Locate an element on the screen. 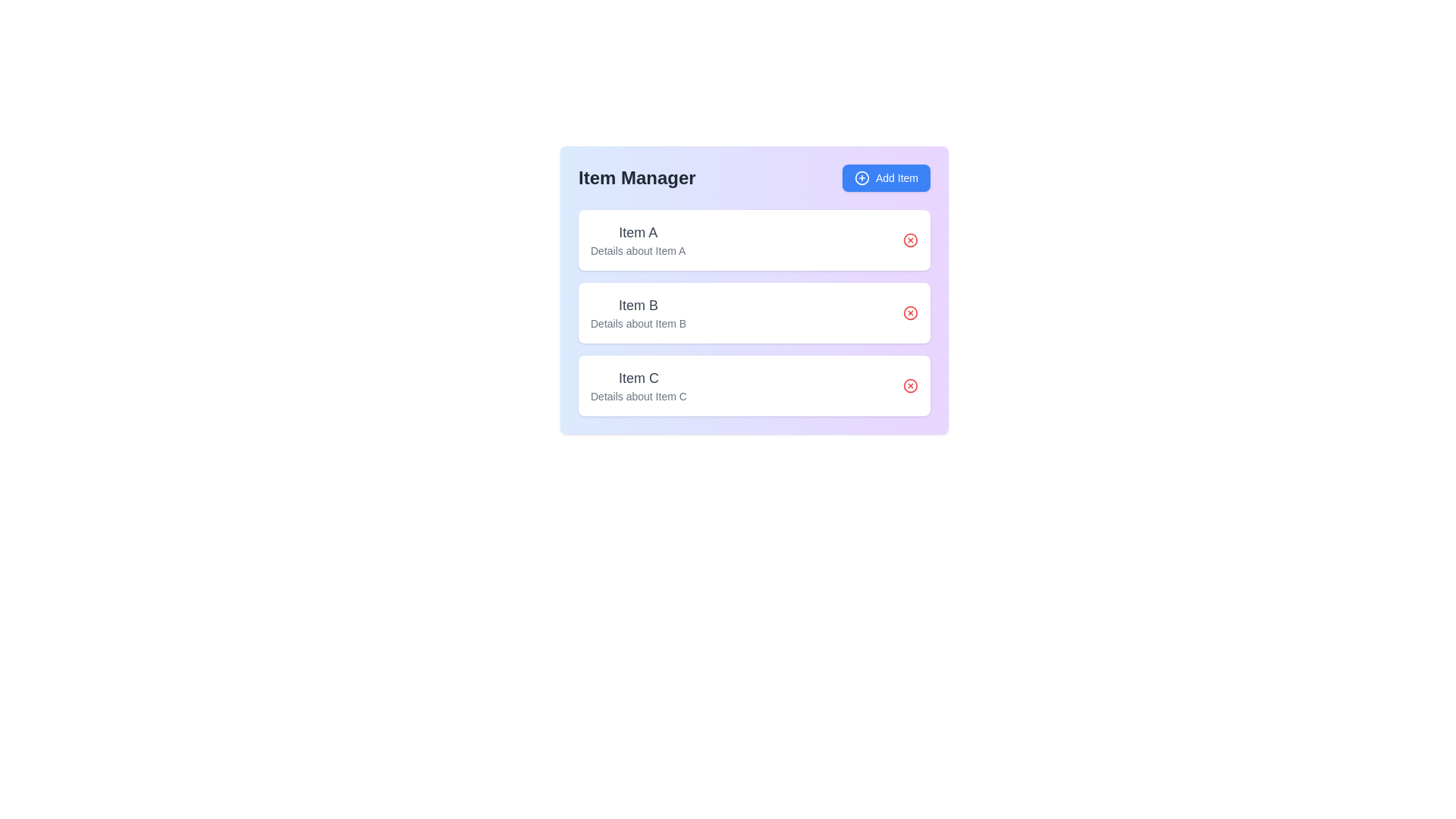  delete button for the item with name Item A is located at coordinates (910, 239).